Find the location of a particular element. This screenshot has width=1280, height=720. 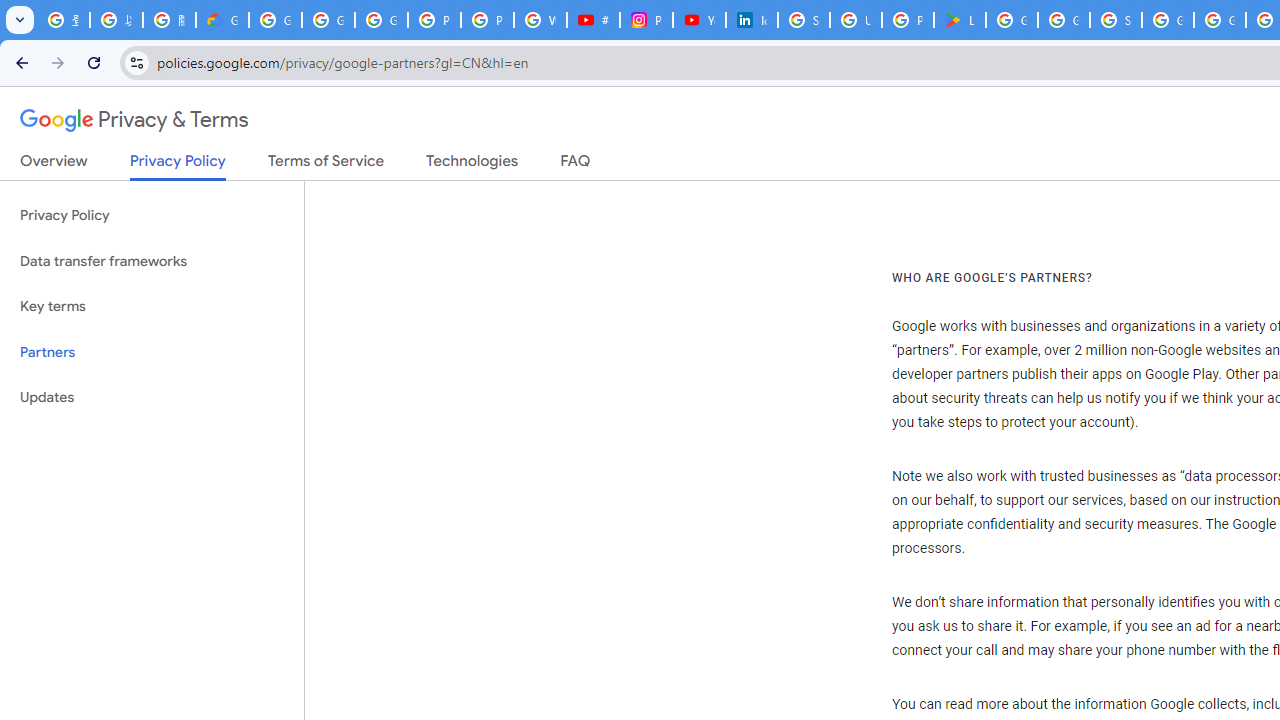

'Privacy & Terms' is located at coordinates (134, 120).